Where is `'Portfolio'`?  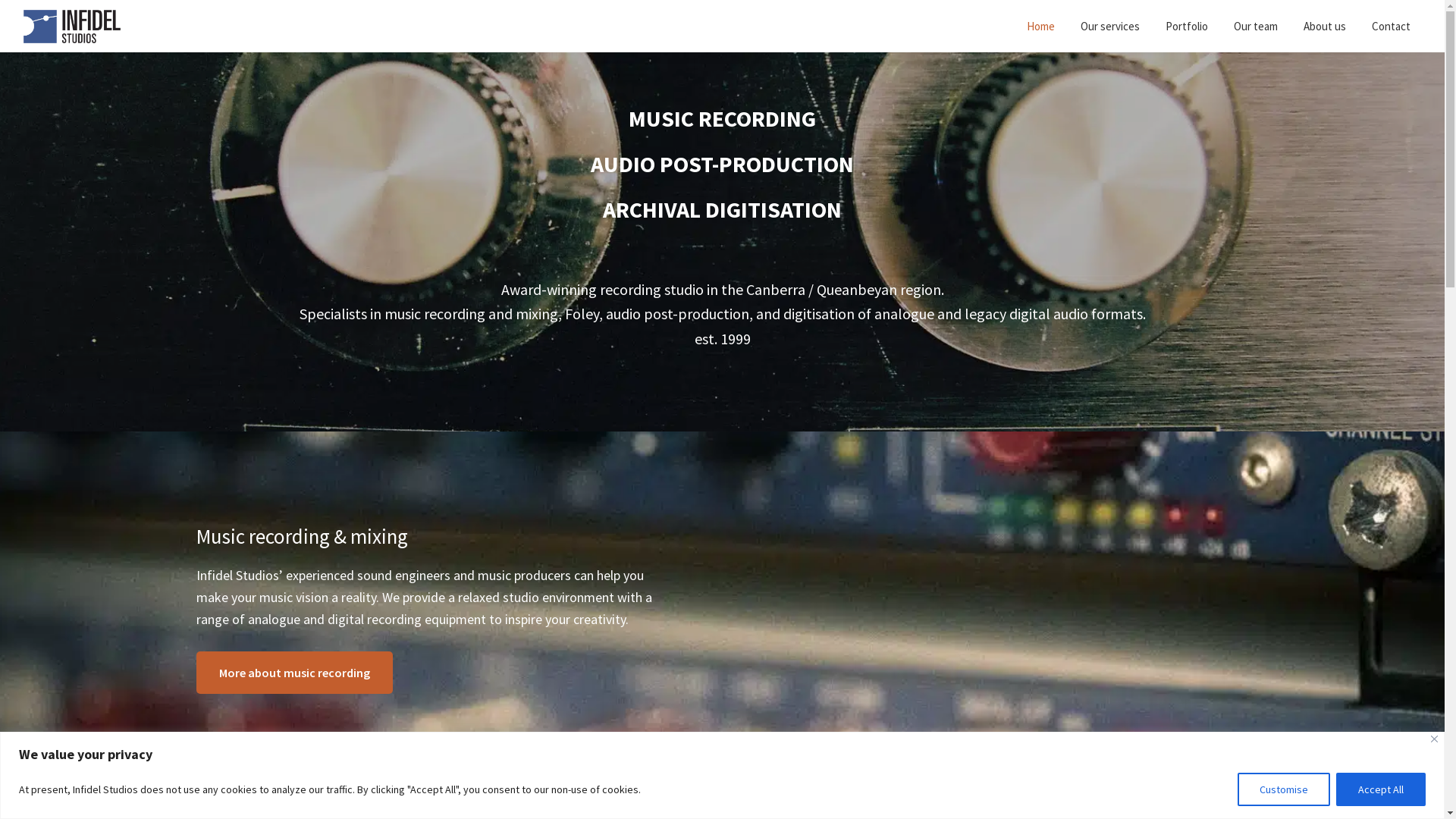 'Portfolio' is located at coordinates (1185, 26).